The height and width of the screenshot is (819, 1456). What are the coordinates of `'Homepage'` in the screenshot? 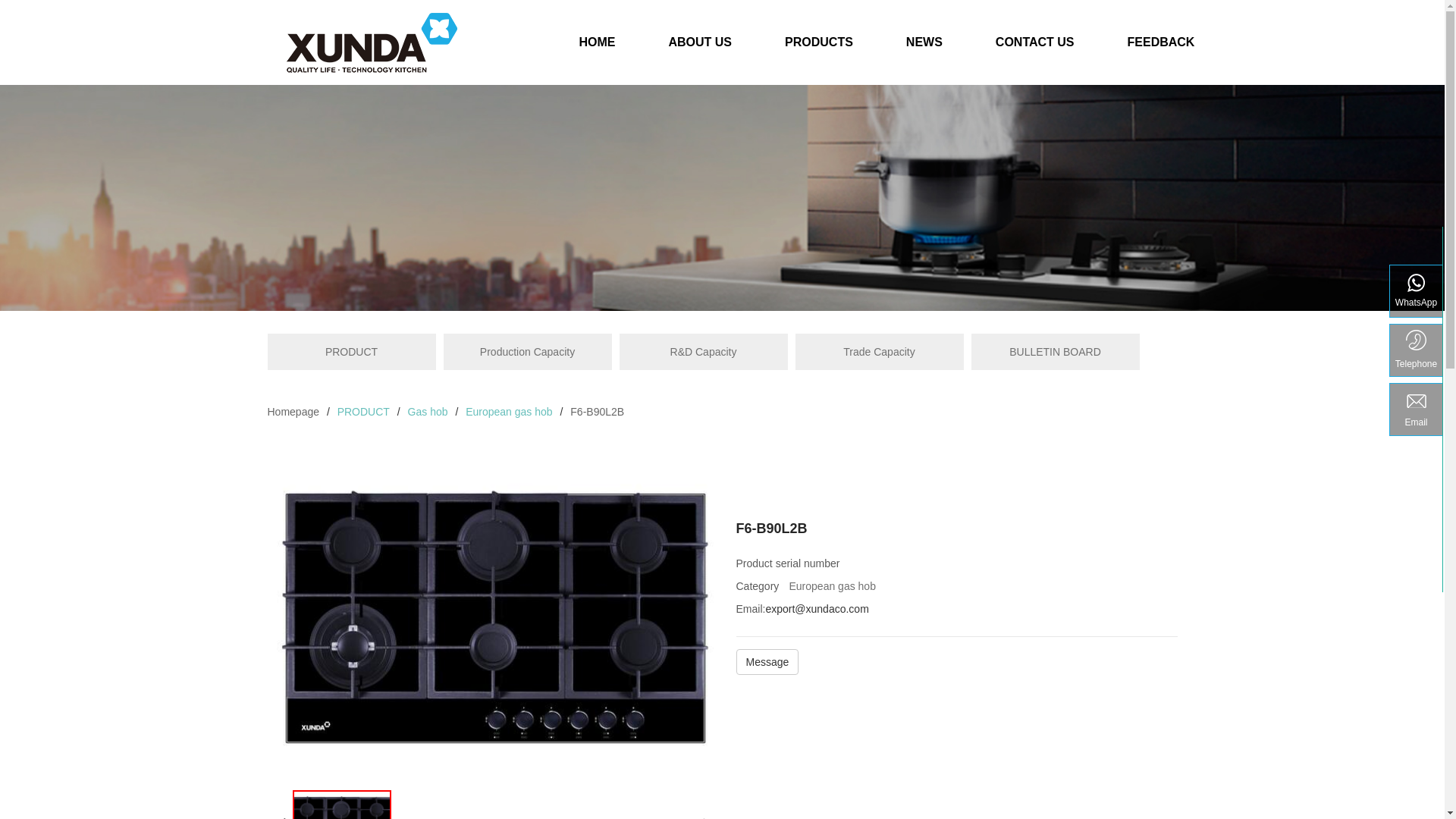 It's located at (293, 412).